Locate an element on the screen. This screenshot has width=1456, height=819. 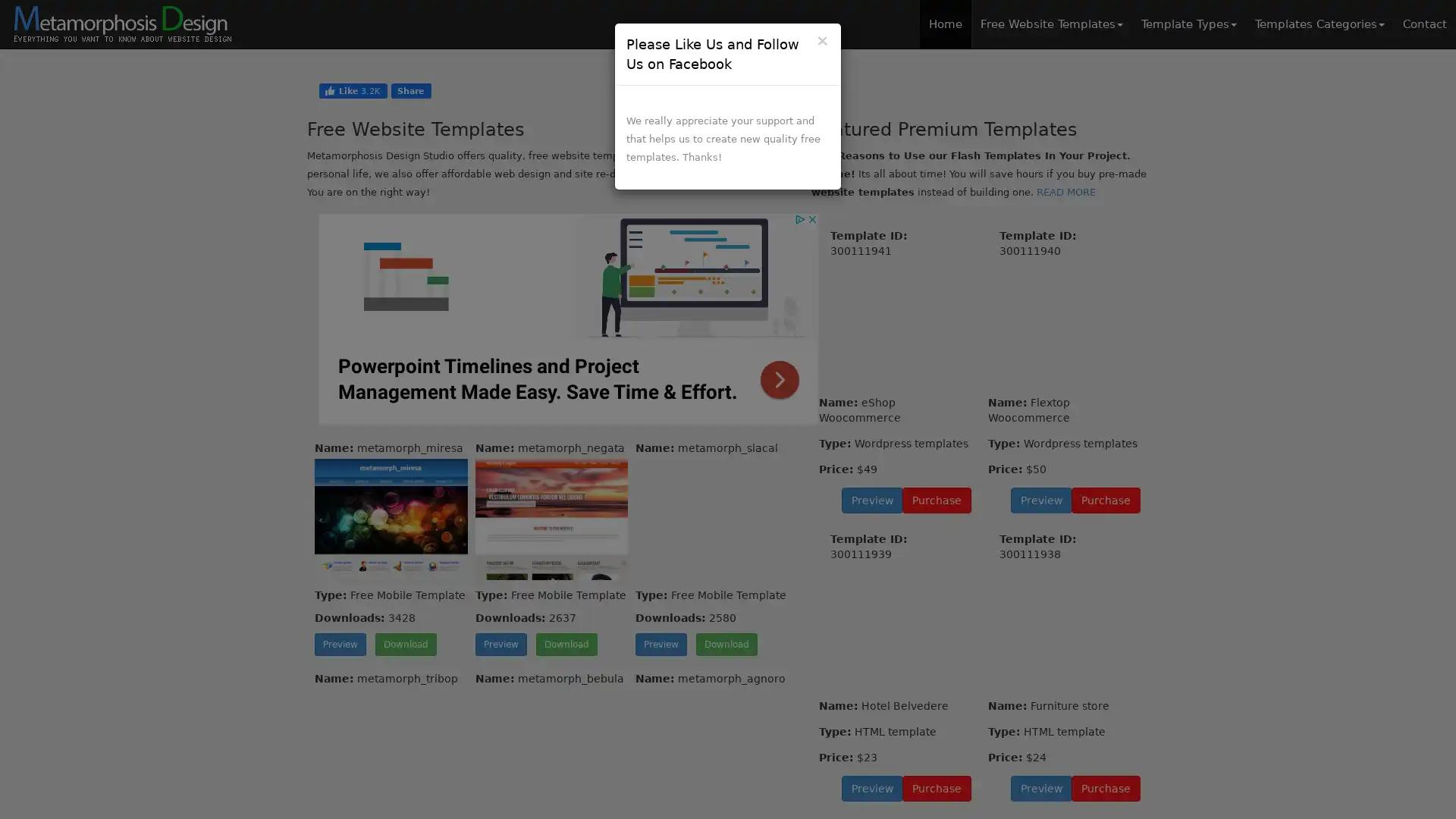
Preview is located at coordinates (1040, 500).